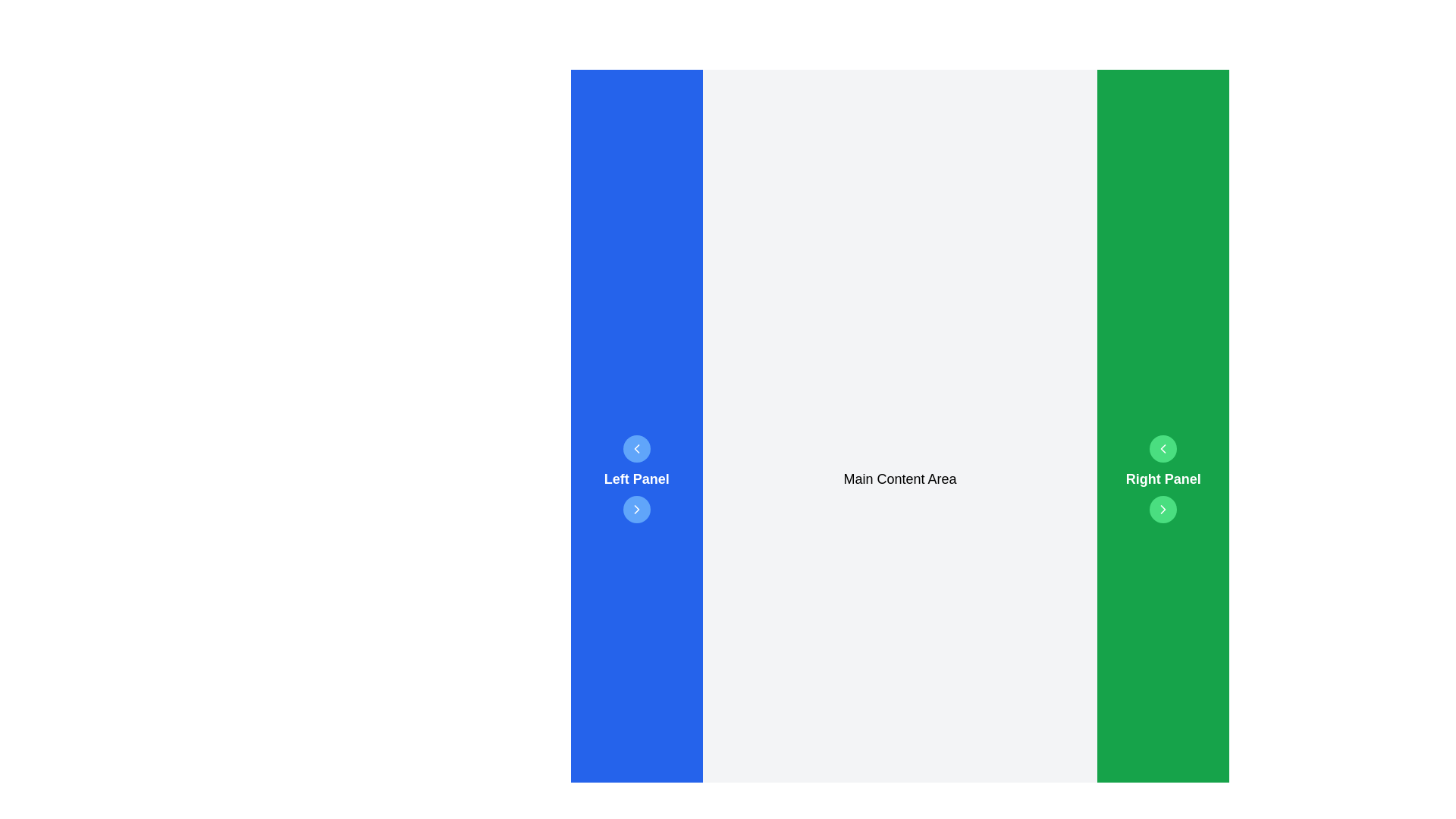 The width and height of the screenshot is (1456, 819). What do you see at coordinates (1163, 509) in the screenshot?
I see `the forward navigation button located in the Right Panel` at bounding box center [1163, 509].